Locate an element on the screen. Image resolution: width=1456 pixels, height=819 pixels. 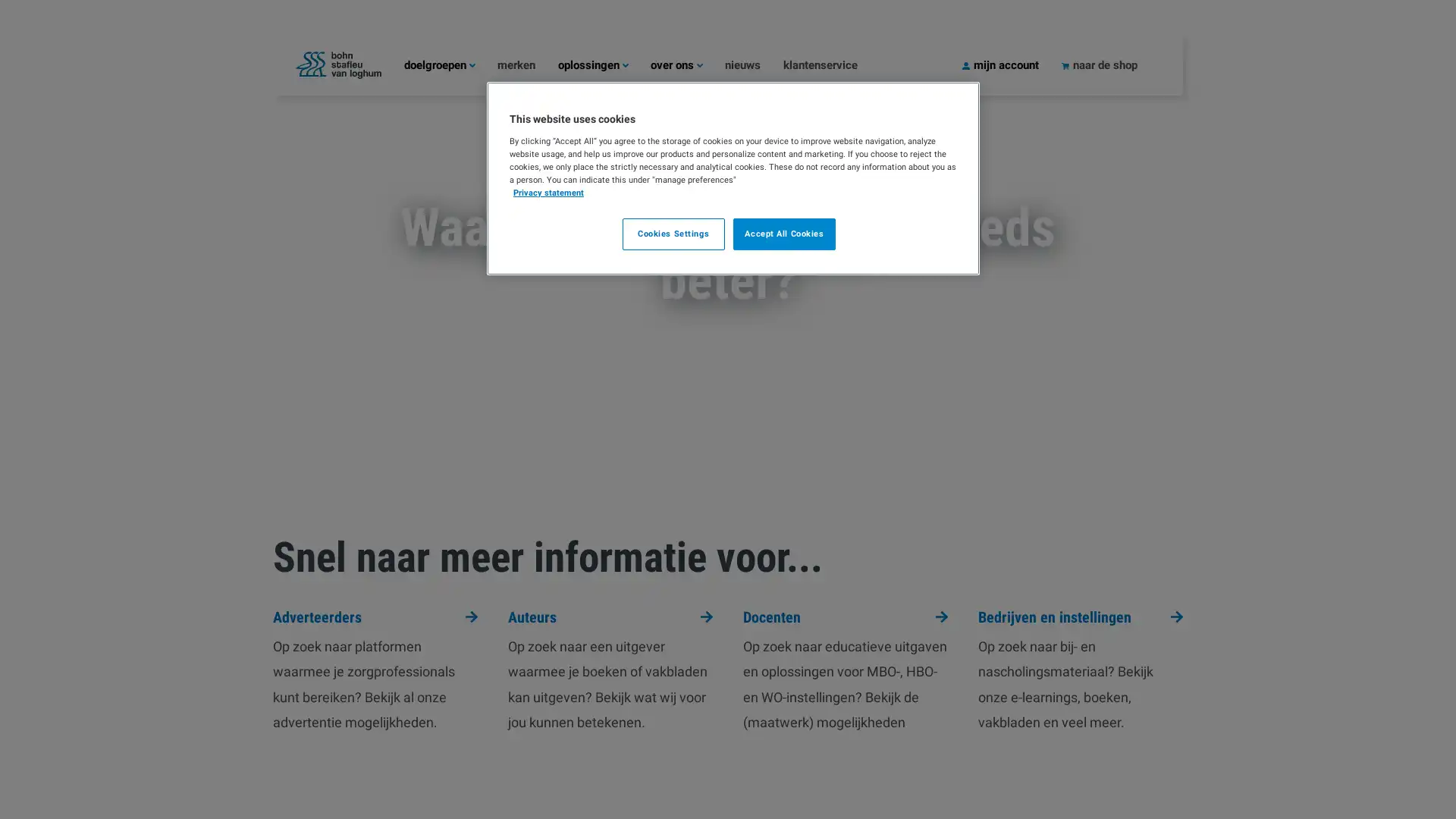
over ons is located at coordinates (687, 64).